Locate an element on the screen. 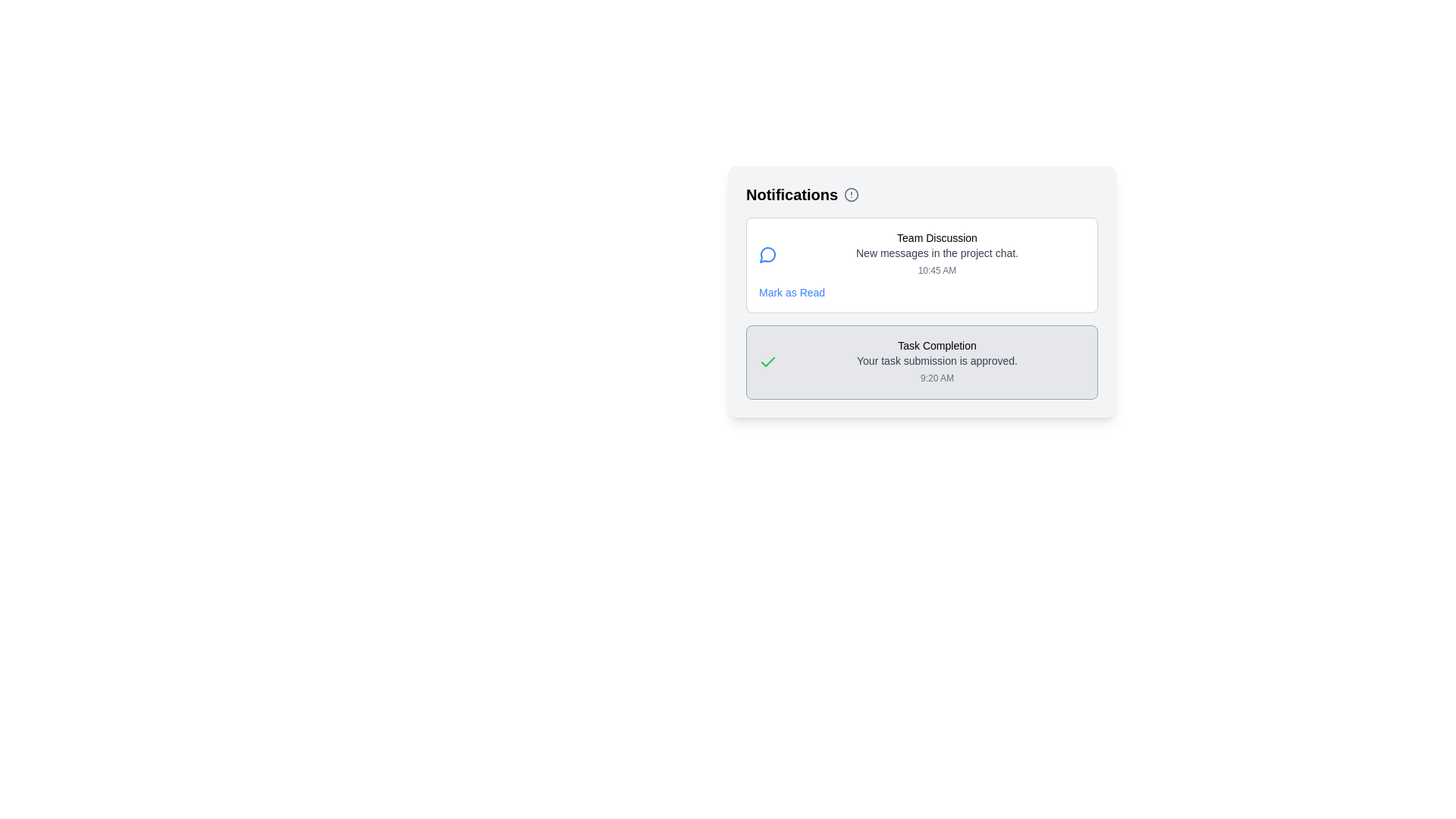  the checkmark icon in the notification entry that represents an approval message about task submission is located at coordinates (767, 362).